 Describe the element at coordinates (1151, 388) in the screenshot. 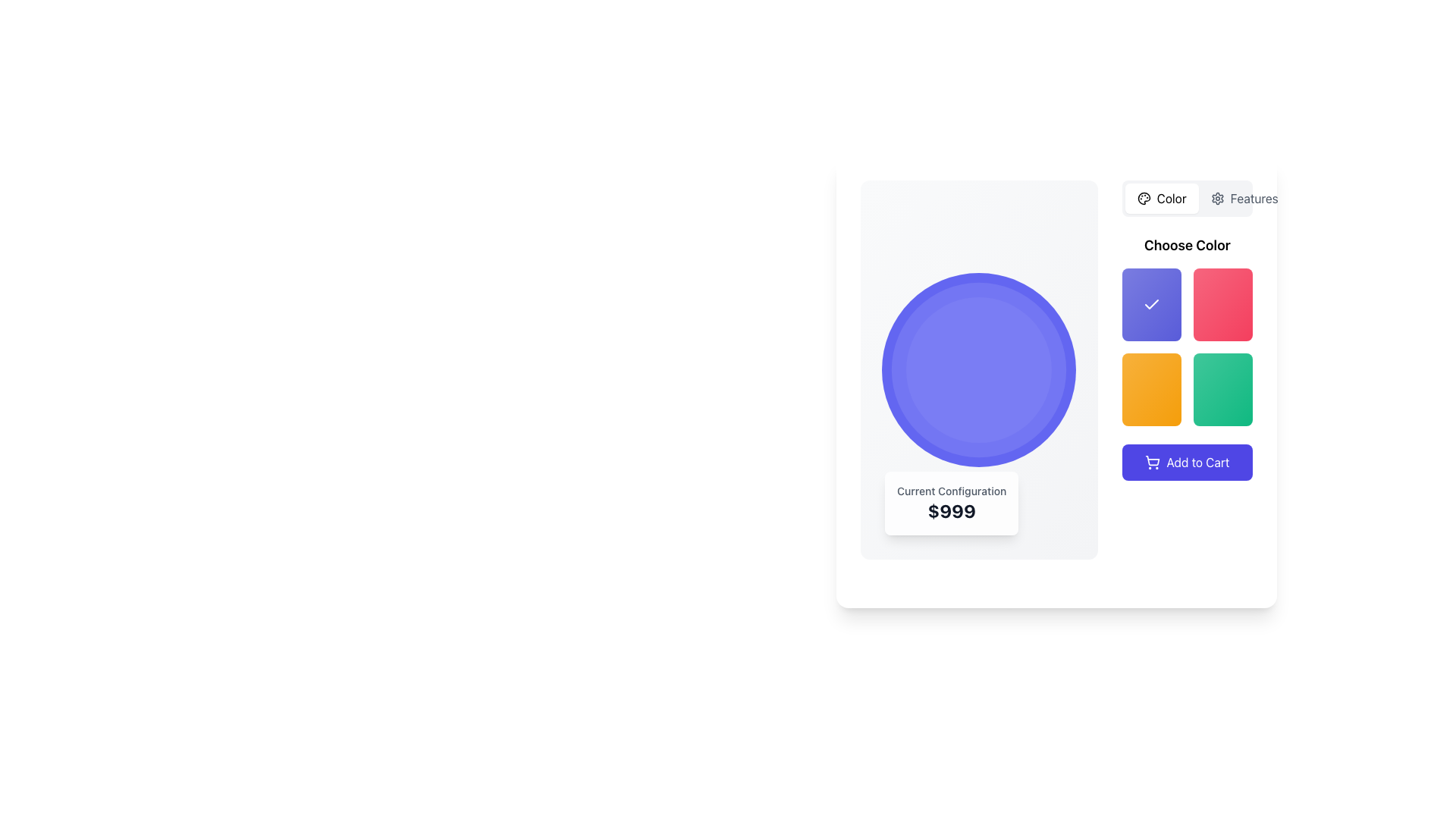

I see `the selectable button styled as a square option in the 'Choose Color' section` at that location.